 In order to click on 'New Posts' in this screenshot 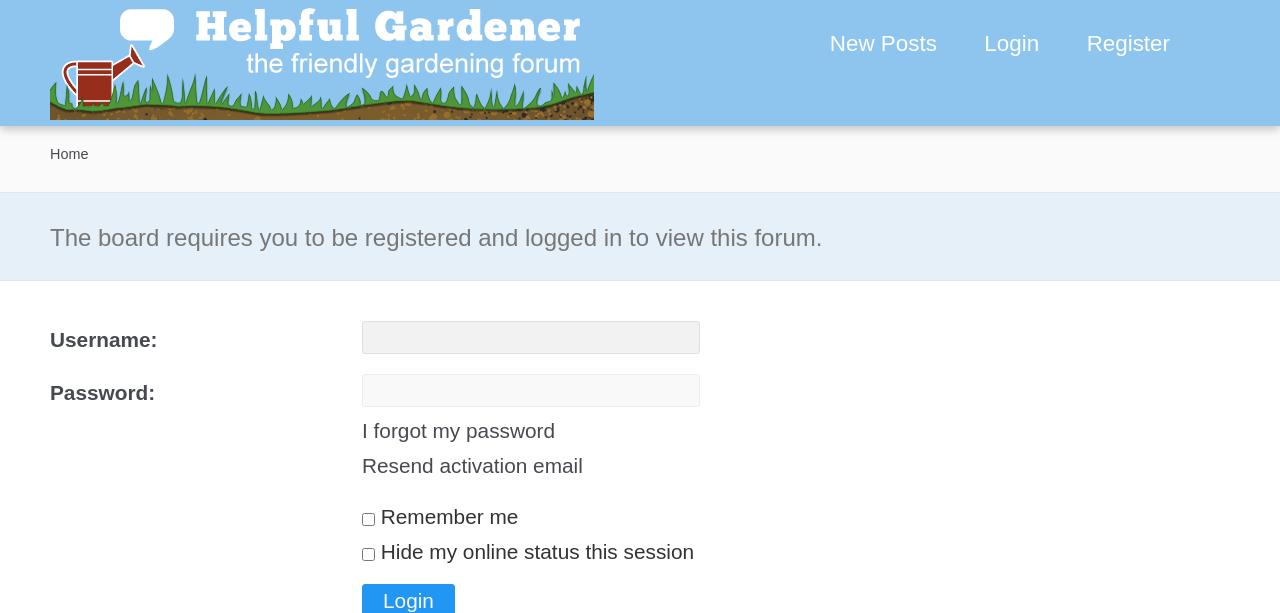, I will do `click(881, 43)`.